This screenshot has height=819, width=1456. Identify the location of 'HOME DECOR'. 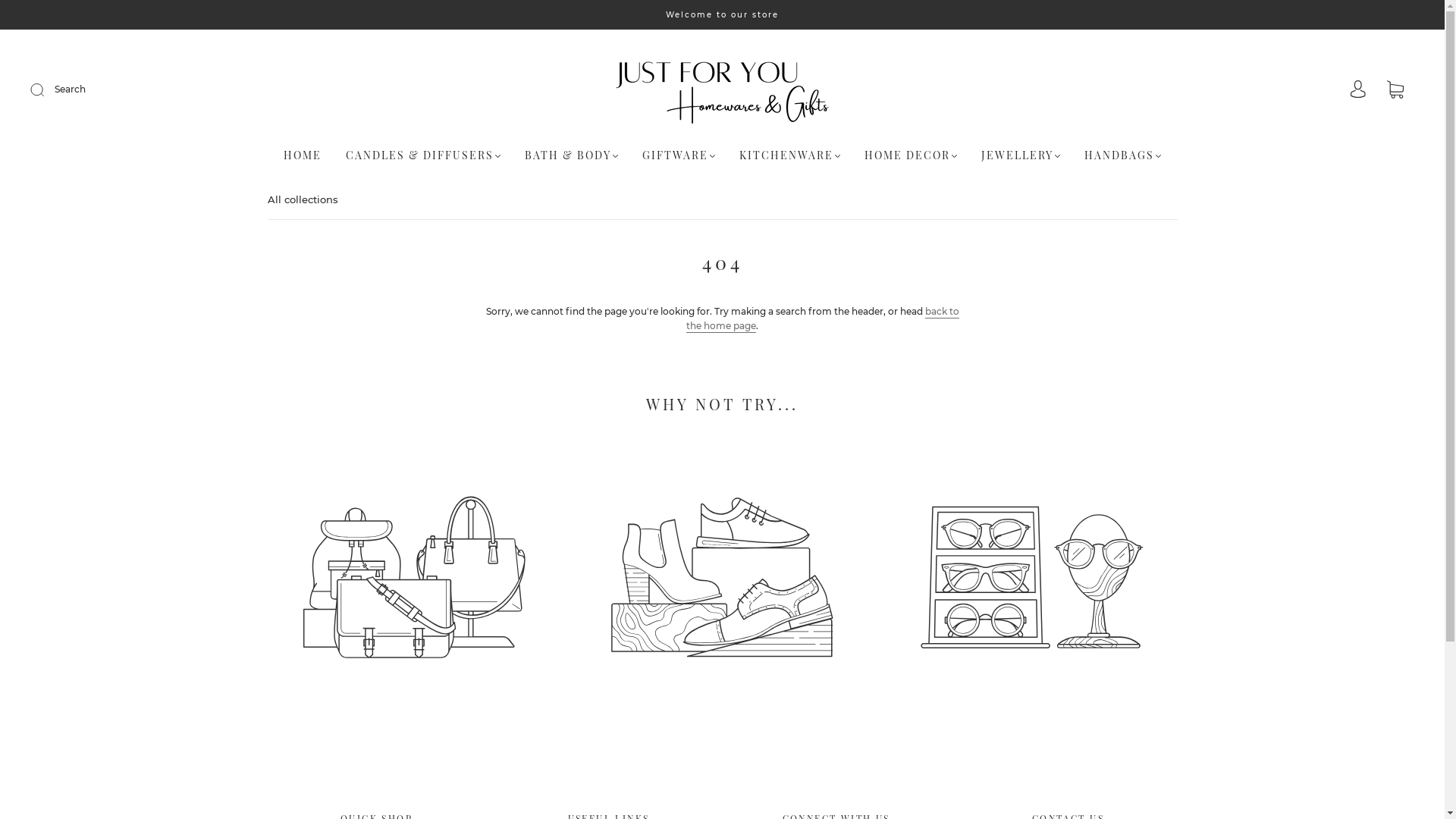
(910, 155).